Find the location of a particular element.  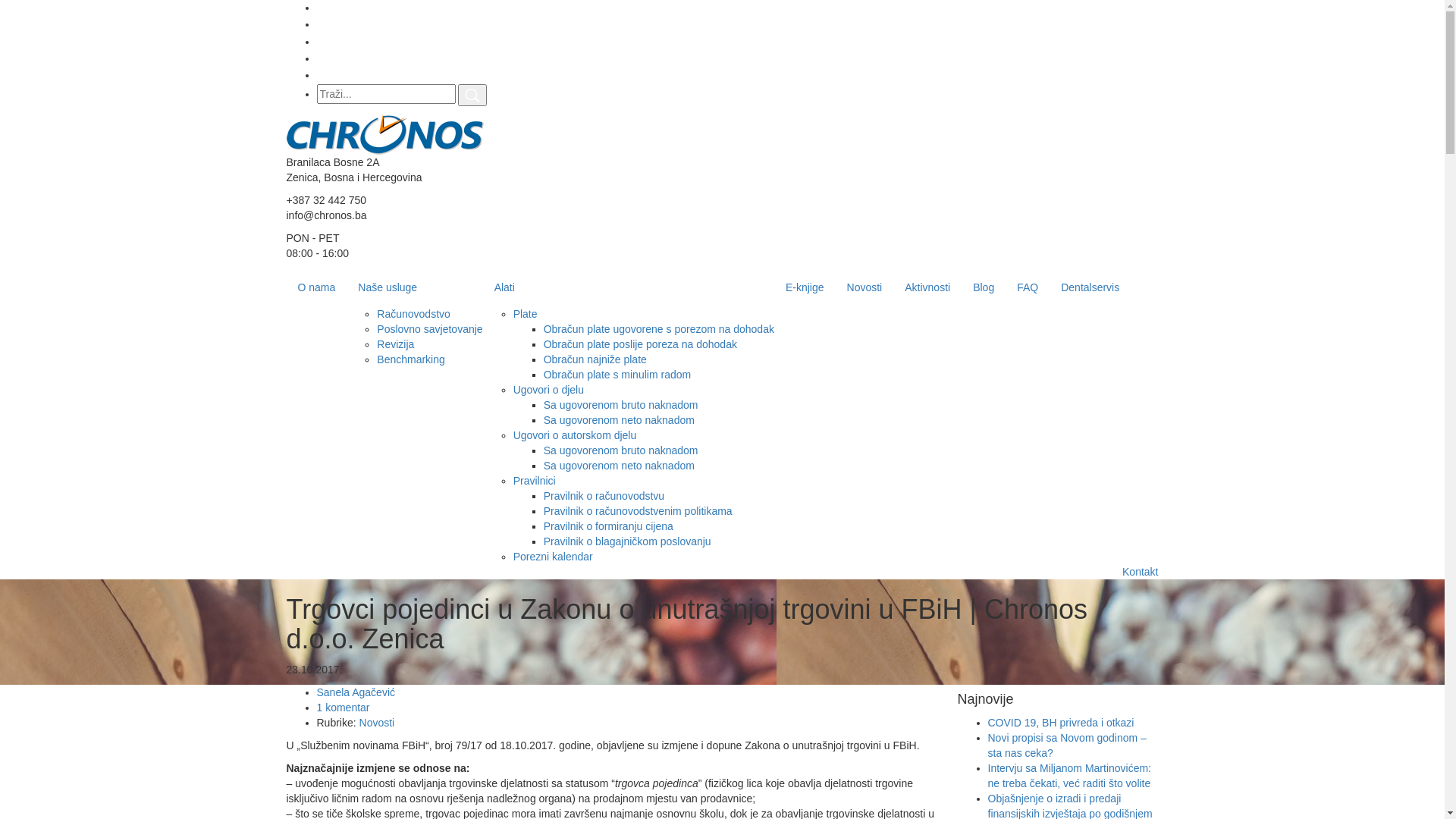

'Pravilnici' is located at coordinates (535, 480).